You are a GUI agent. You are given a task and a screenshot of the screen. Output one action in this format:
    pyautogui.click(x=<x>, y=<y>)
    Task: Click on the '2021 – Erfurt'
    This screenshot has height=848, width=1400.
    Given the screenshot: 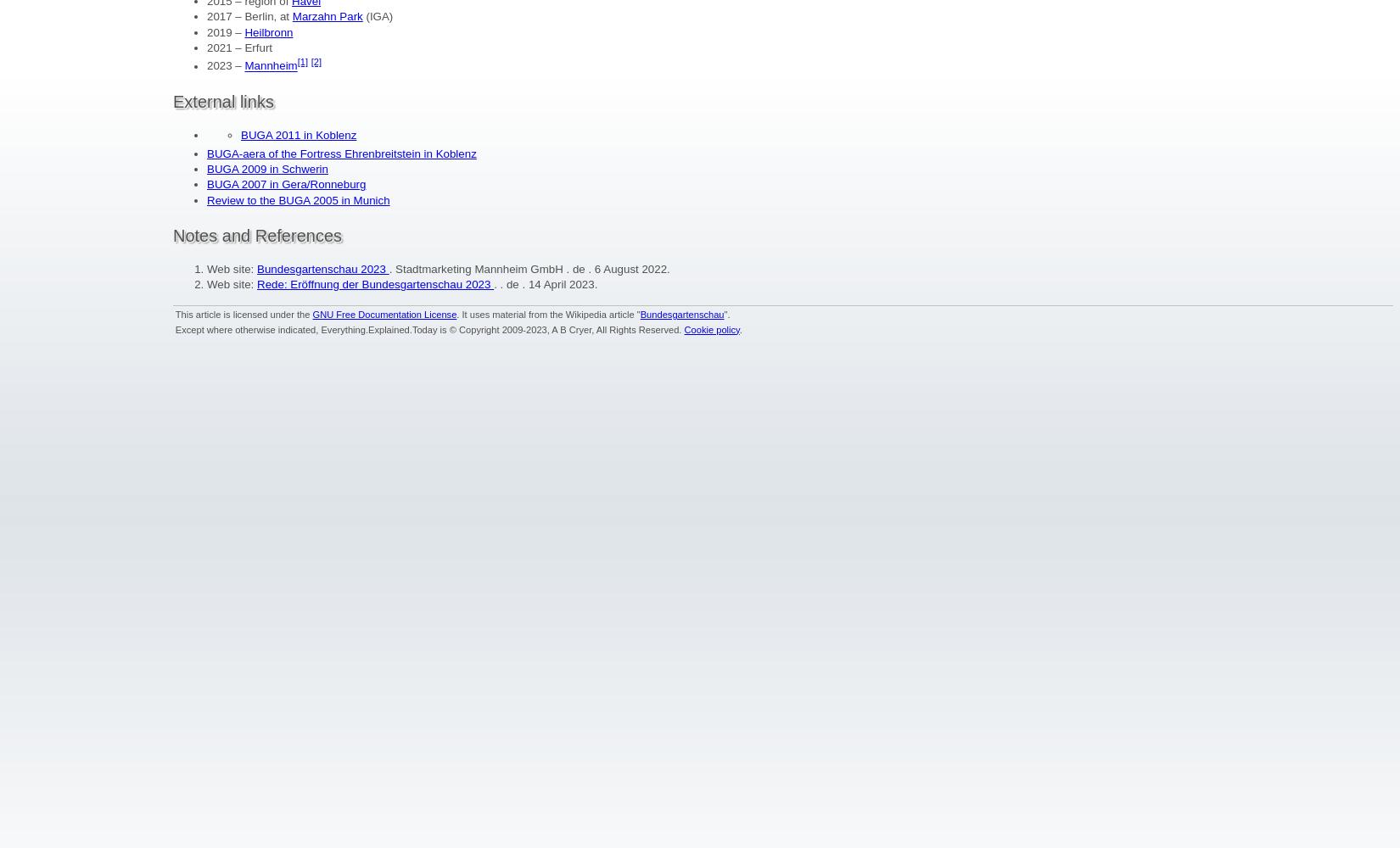 What is the action you would take?
    pyautogui.click(x=239, y=47)
    